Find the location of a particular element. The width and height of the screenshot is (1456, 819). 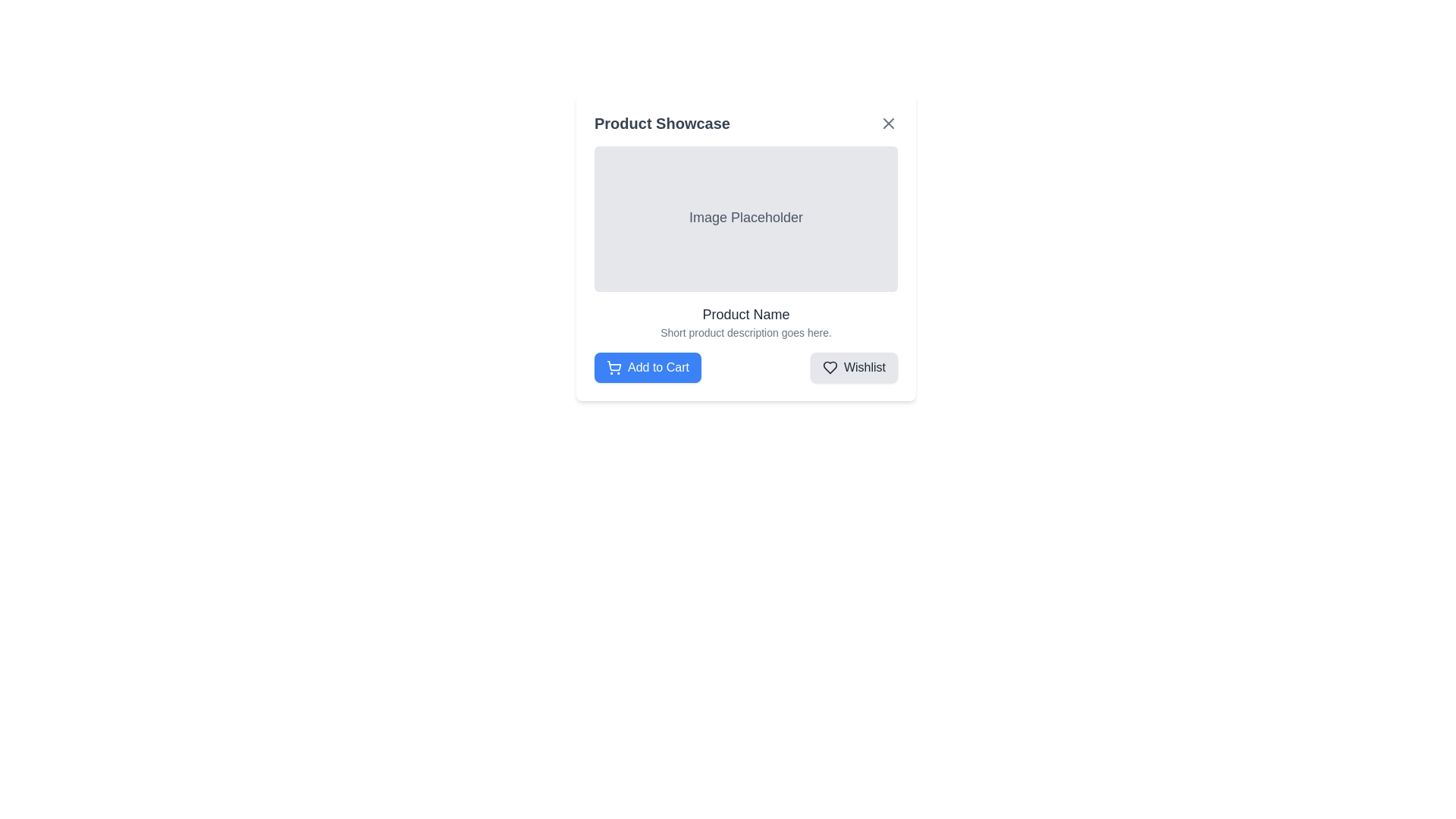

text label displaying 'Product Name' in bold, dark gray color, located at the top center of the product information card is located at coordinates (745, 314).